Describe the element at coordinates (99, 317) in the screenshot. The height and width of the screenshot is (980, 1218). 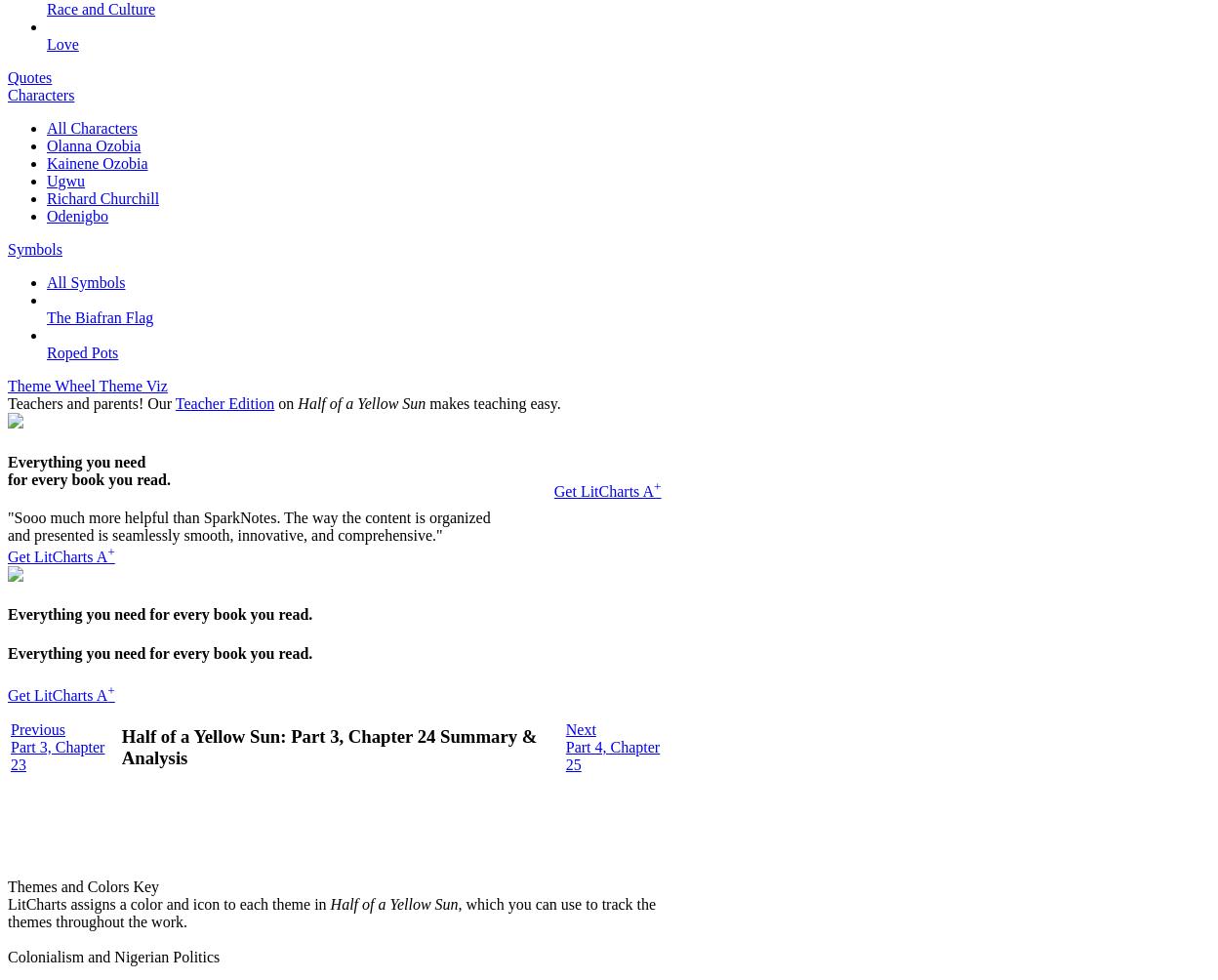
I see `'The Biafran Flag'` at that location.